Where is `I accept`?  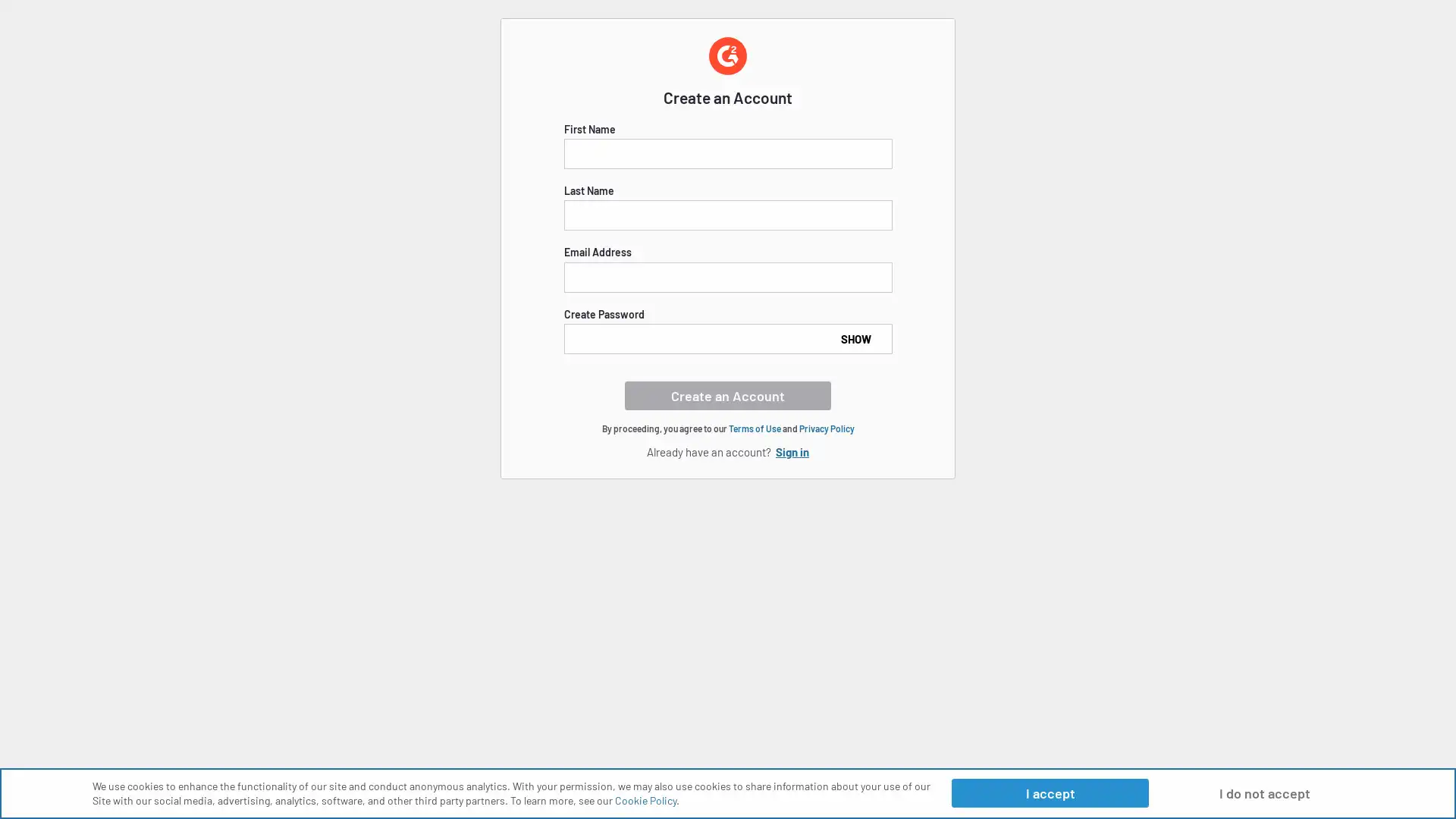
I accept is located at coordinates (1049, 792).